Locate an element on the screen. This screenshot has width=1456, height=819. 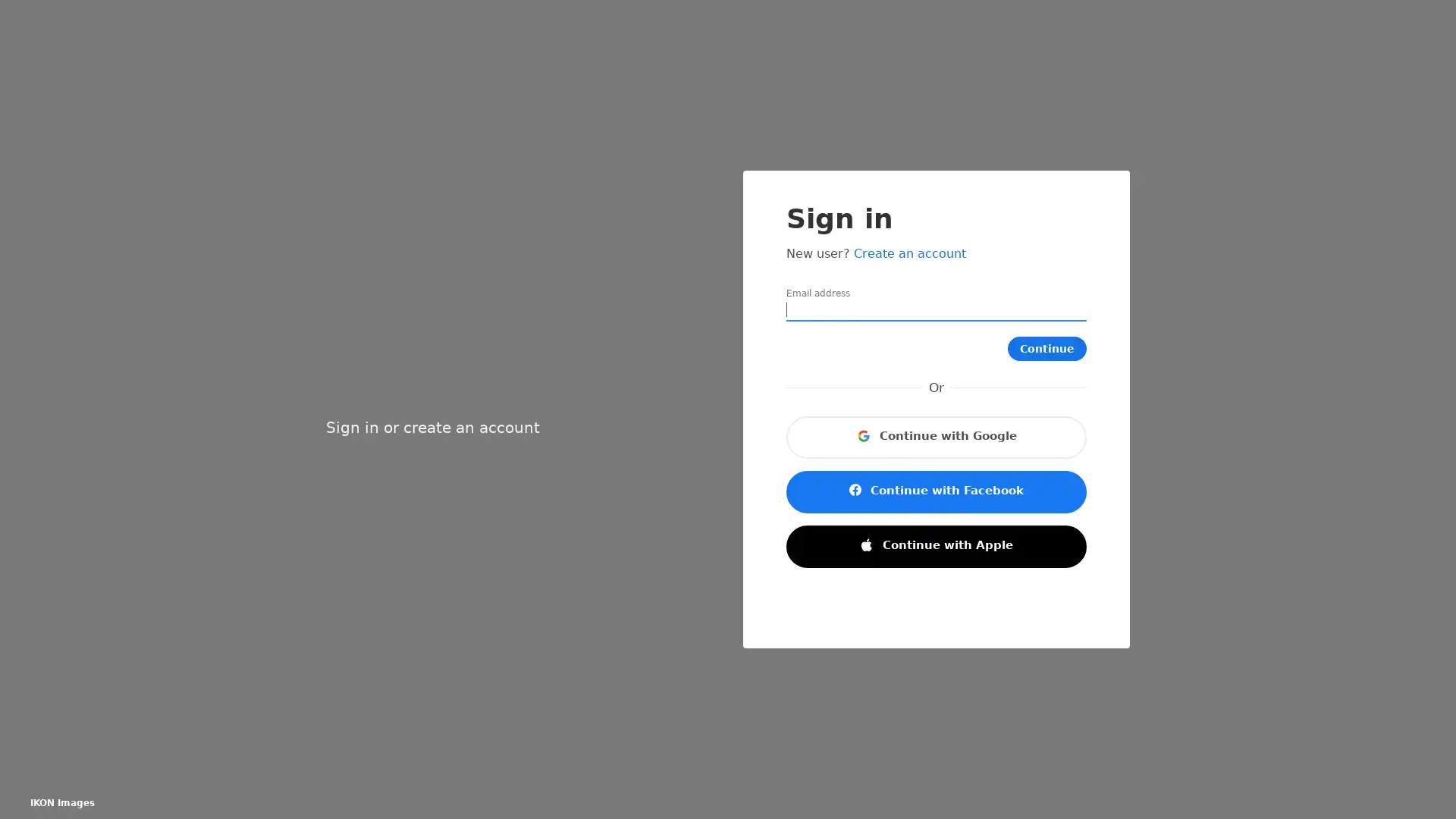
Continue with Google is located at coordinates (935, 438).